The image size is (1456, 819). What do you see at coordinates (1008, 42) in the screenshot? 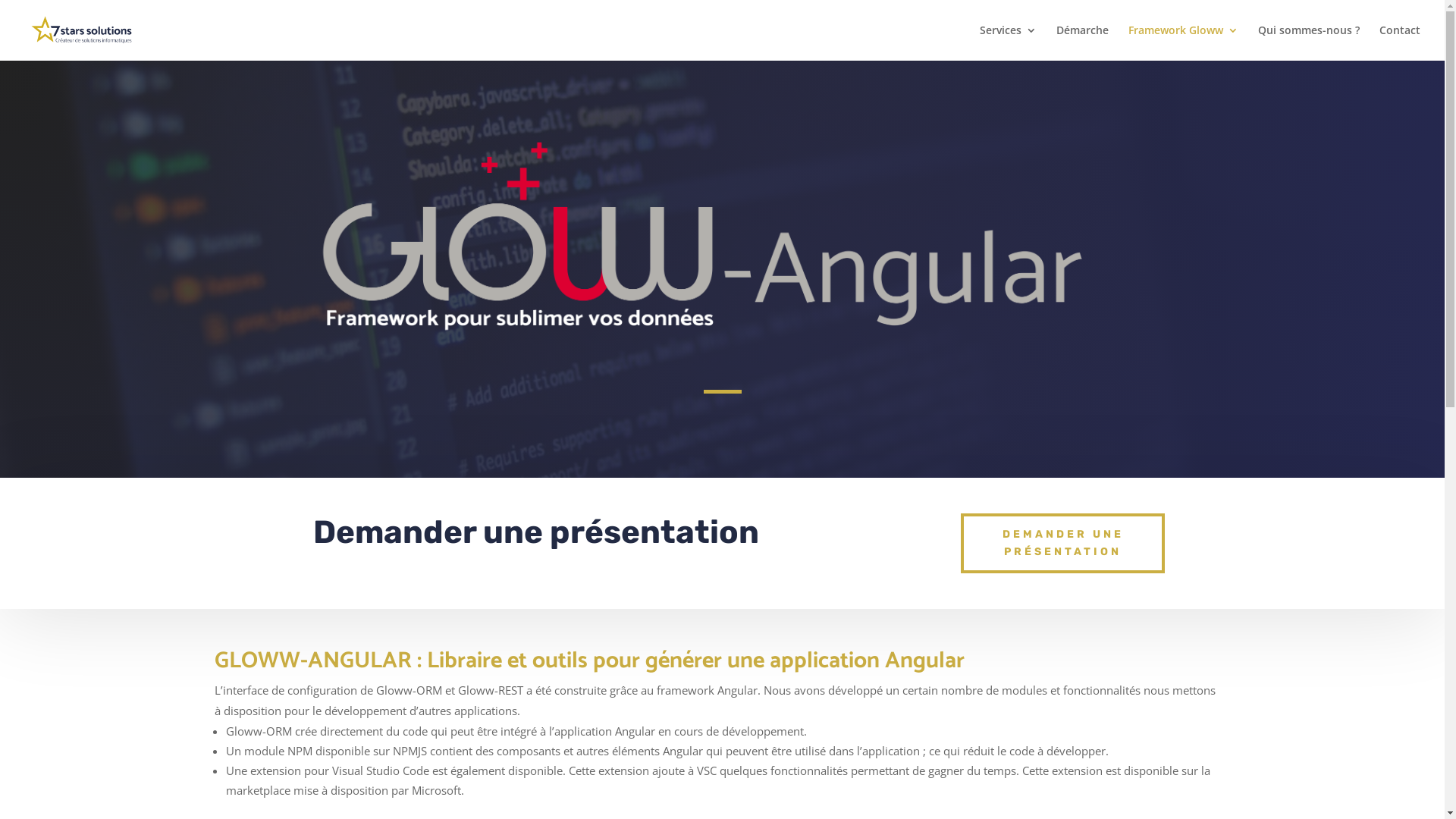
I see `'Services'` at bounding box center [1008, 42].